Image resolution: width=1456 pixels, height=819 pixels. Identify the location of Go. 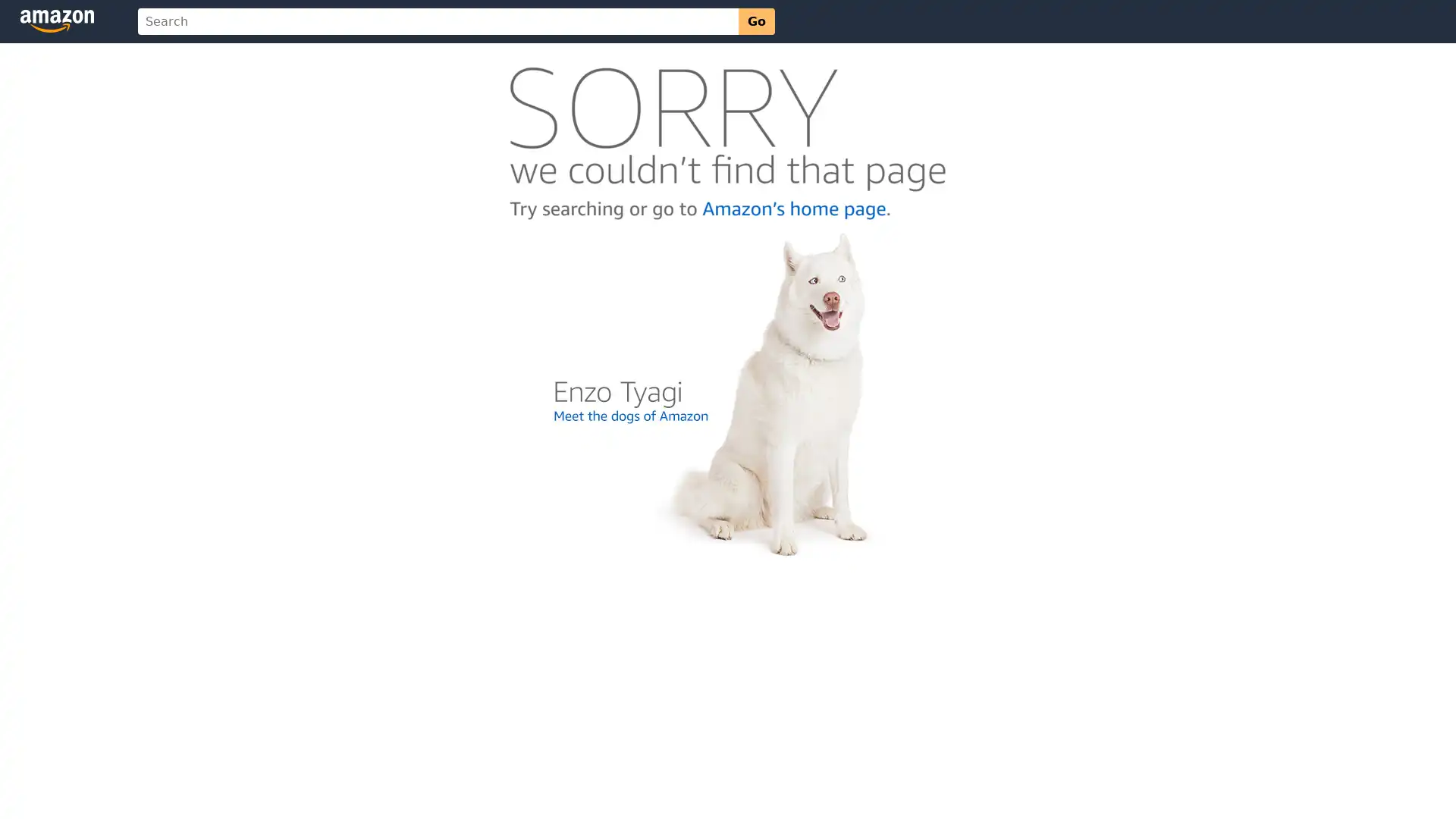
(757, 21).